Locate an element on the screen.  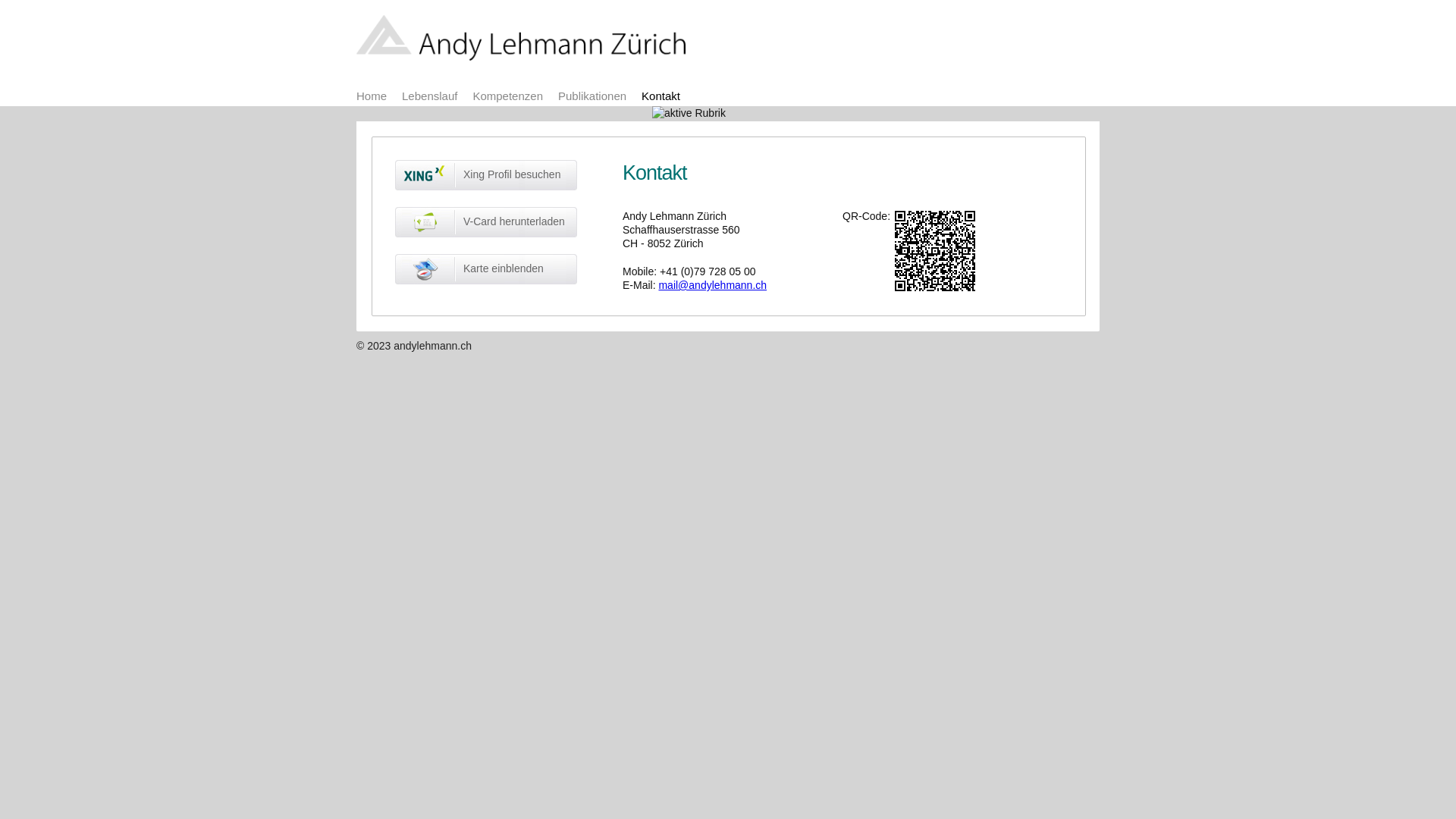
'aktive Rubrik' is located at coordinates (688, 112).